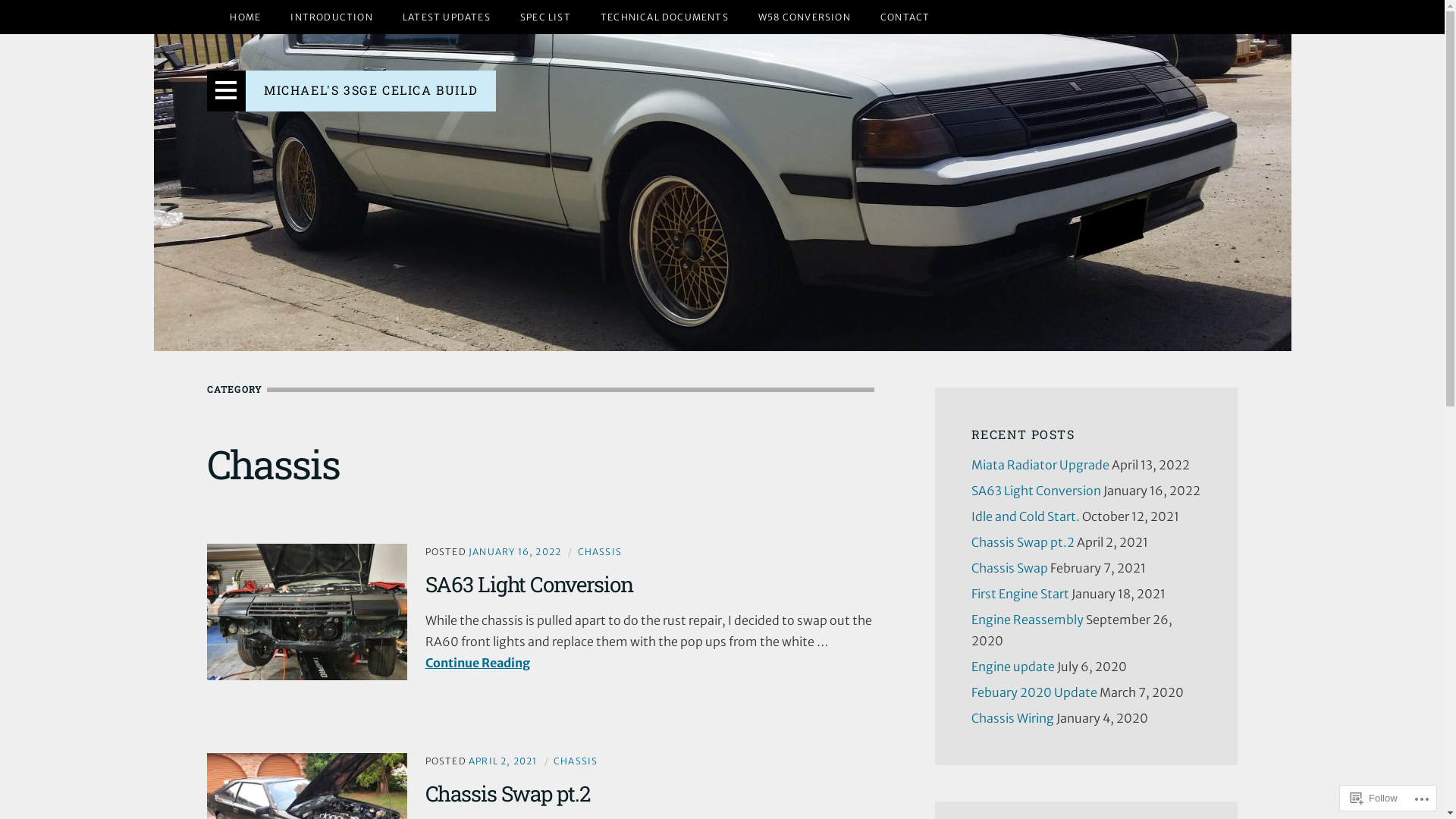 This screenshot has width=1456, height=819. What do you see at coordinates (971, 516) in the screenshot?
I see `'Idle and Cold Start.'` at bounding box center [971, 516].